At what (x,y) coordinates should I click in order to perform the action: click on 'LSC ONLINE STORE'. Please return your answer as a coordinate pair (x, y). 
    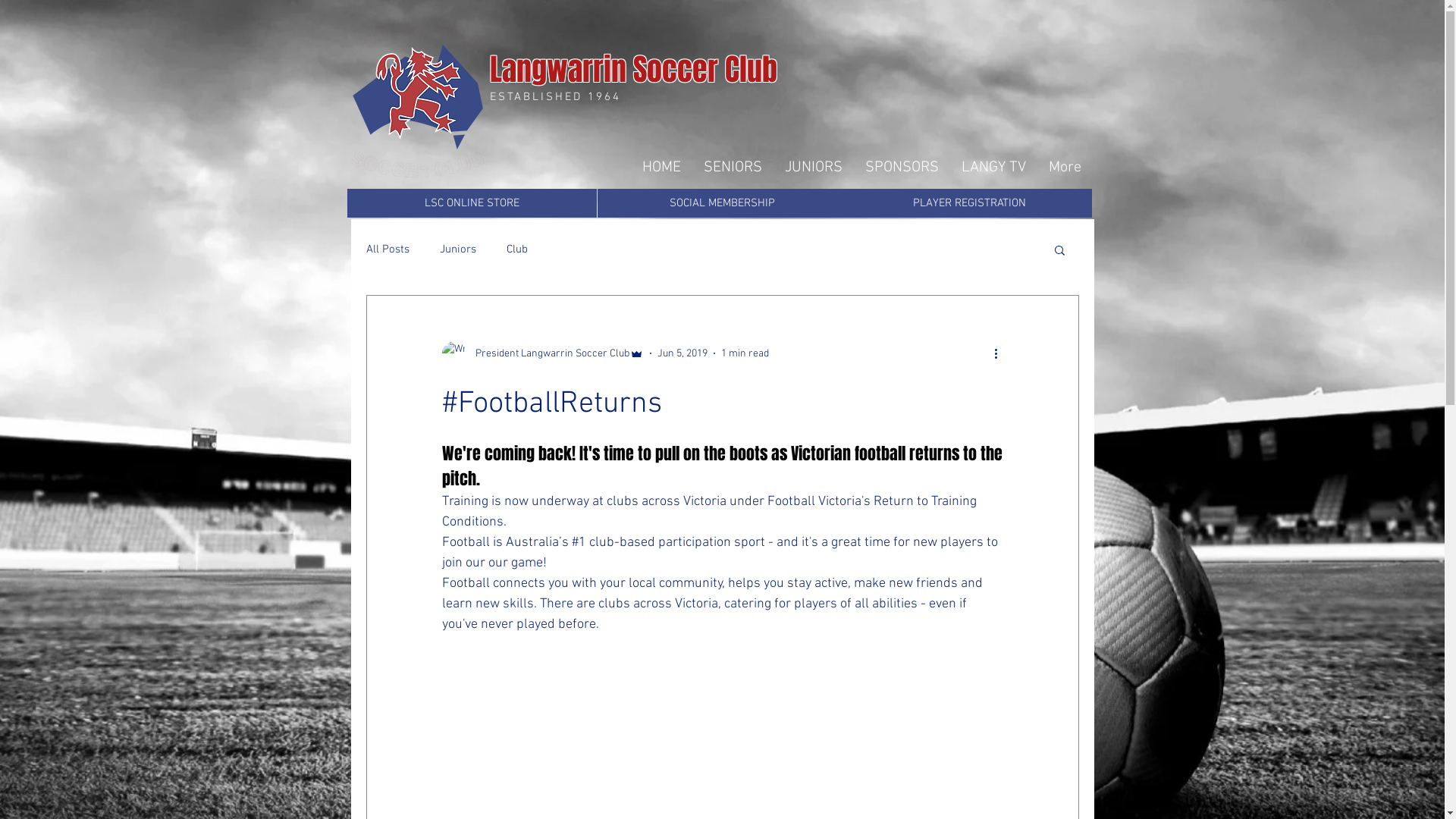
    Looking at the image, I should click on (471, 202).